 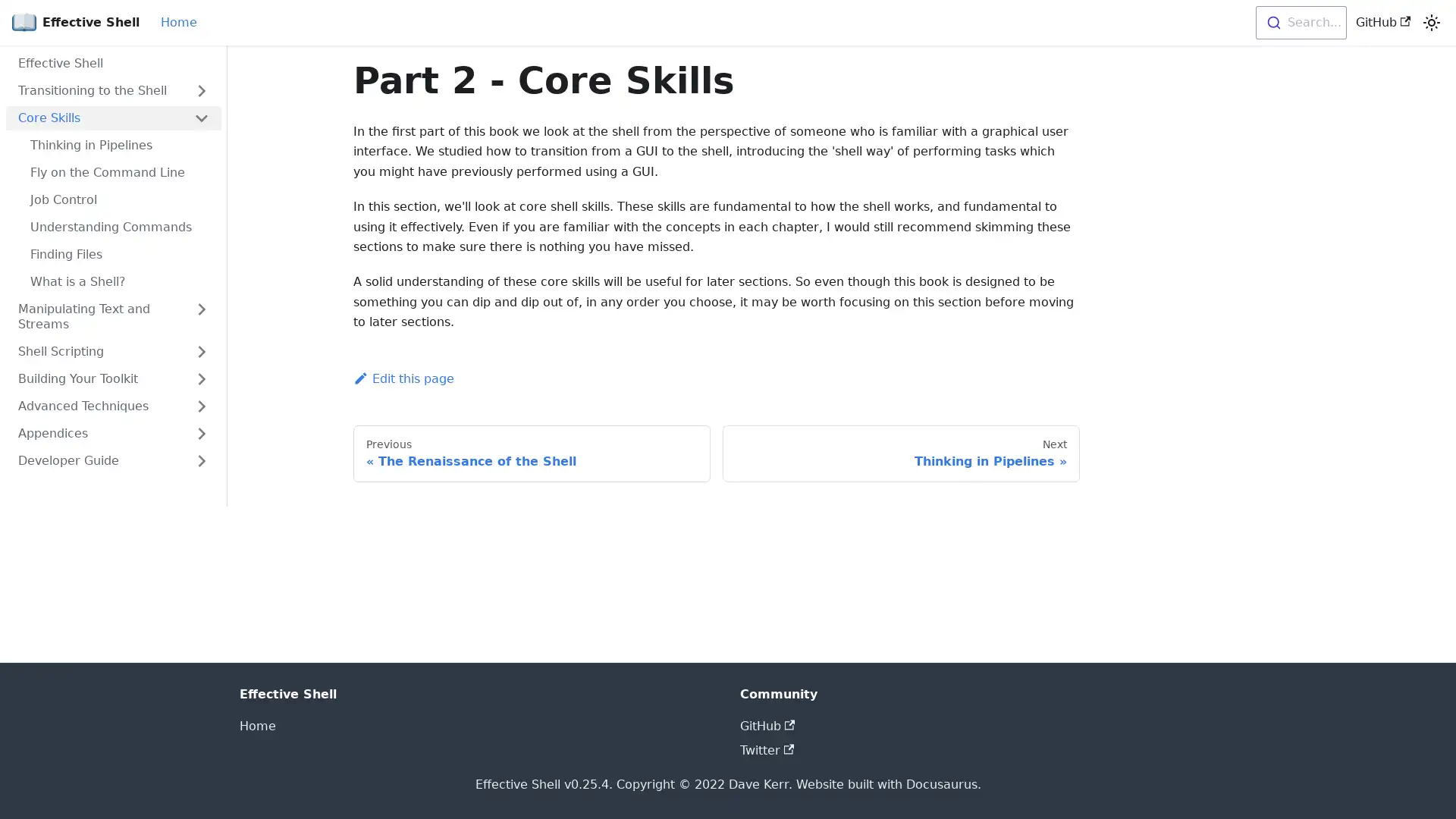 What do you see at coordinates (200, 117) in the screenshot?
I see `Toggle the collapsible sidebar category 'Core Skills'` at bounding box center [200, 117].